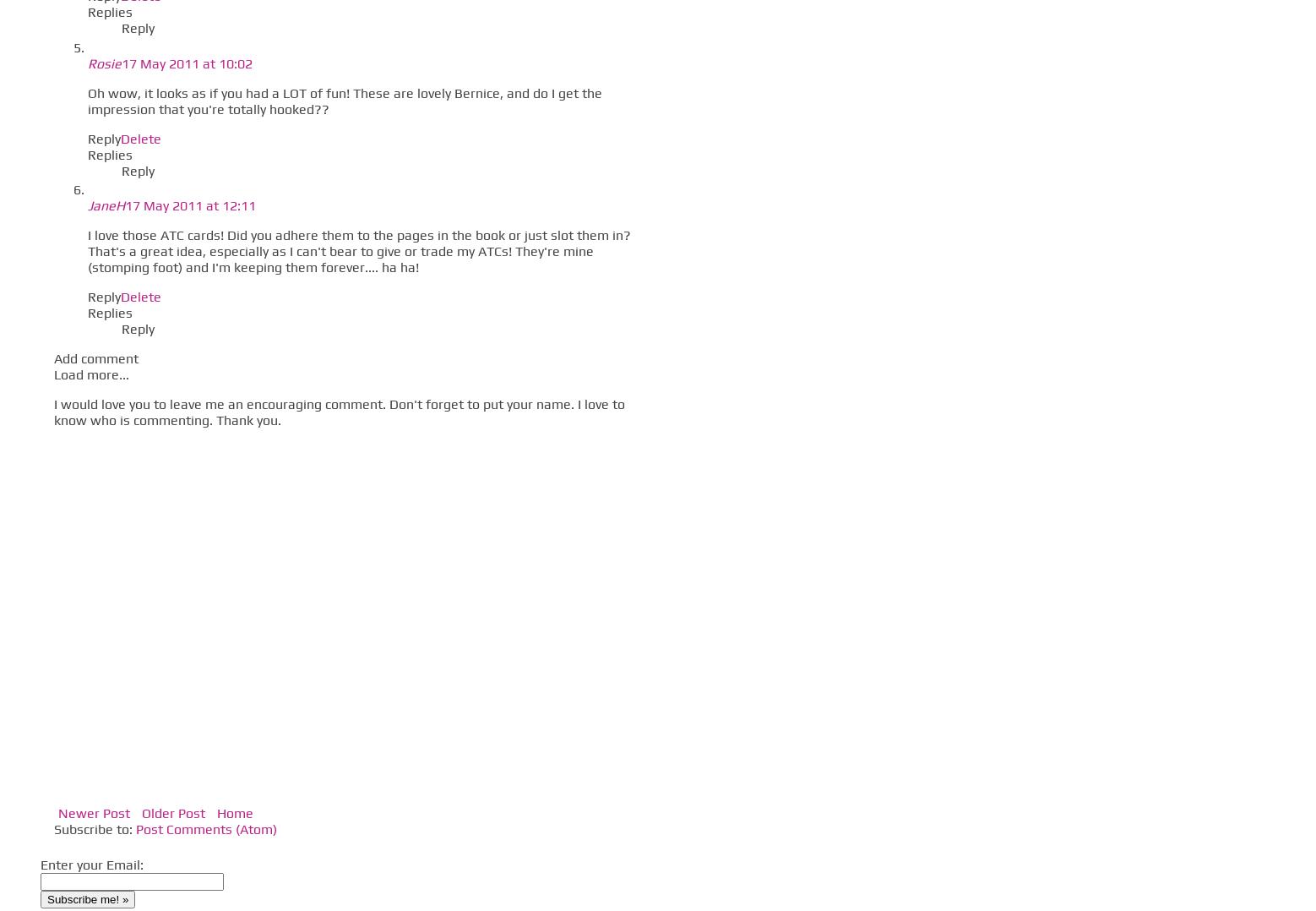 This screenshot has height=911, width=1316. I want to click on 'I love those ATC cards! Did you adhere them to the pages in the book or just slot them in? That's a great idea, especially as I can't bear to give or trade my ATCs! They're mine (stomping foot) and I'm keeping them forever.... ha ha!', so click(87, 250).